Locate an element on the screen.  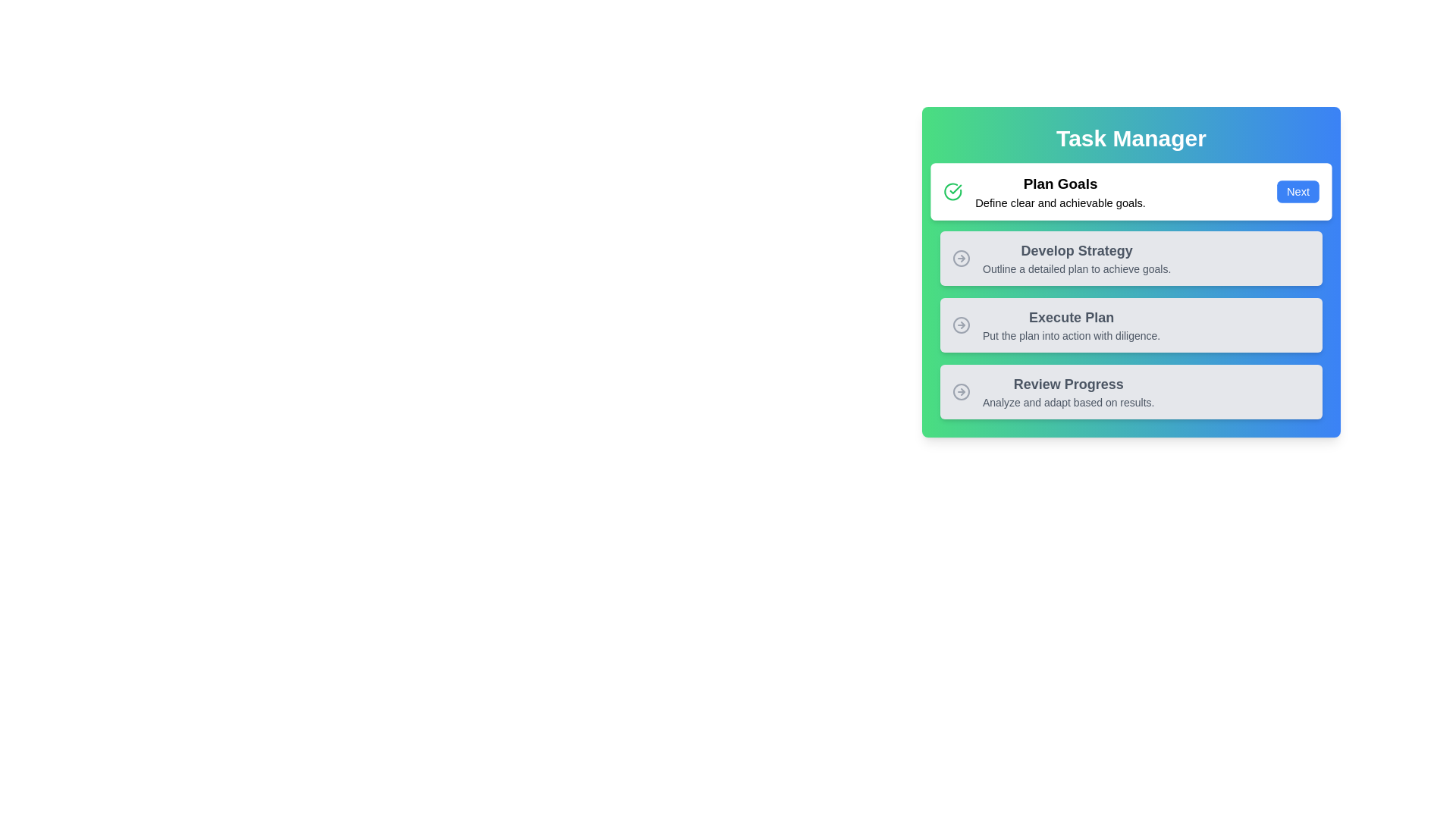
the text section titled 'Plan Goals' which features a bold title and a smaller description, located under the 'Task Manager' heading in a card-like interface is located at coordinates (1059, 191).